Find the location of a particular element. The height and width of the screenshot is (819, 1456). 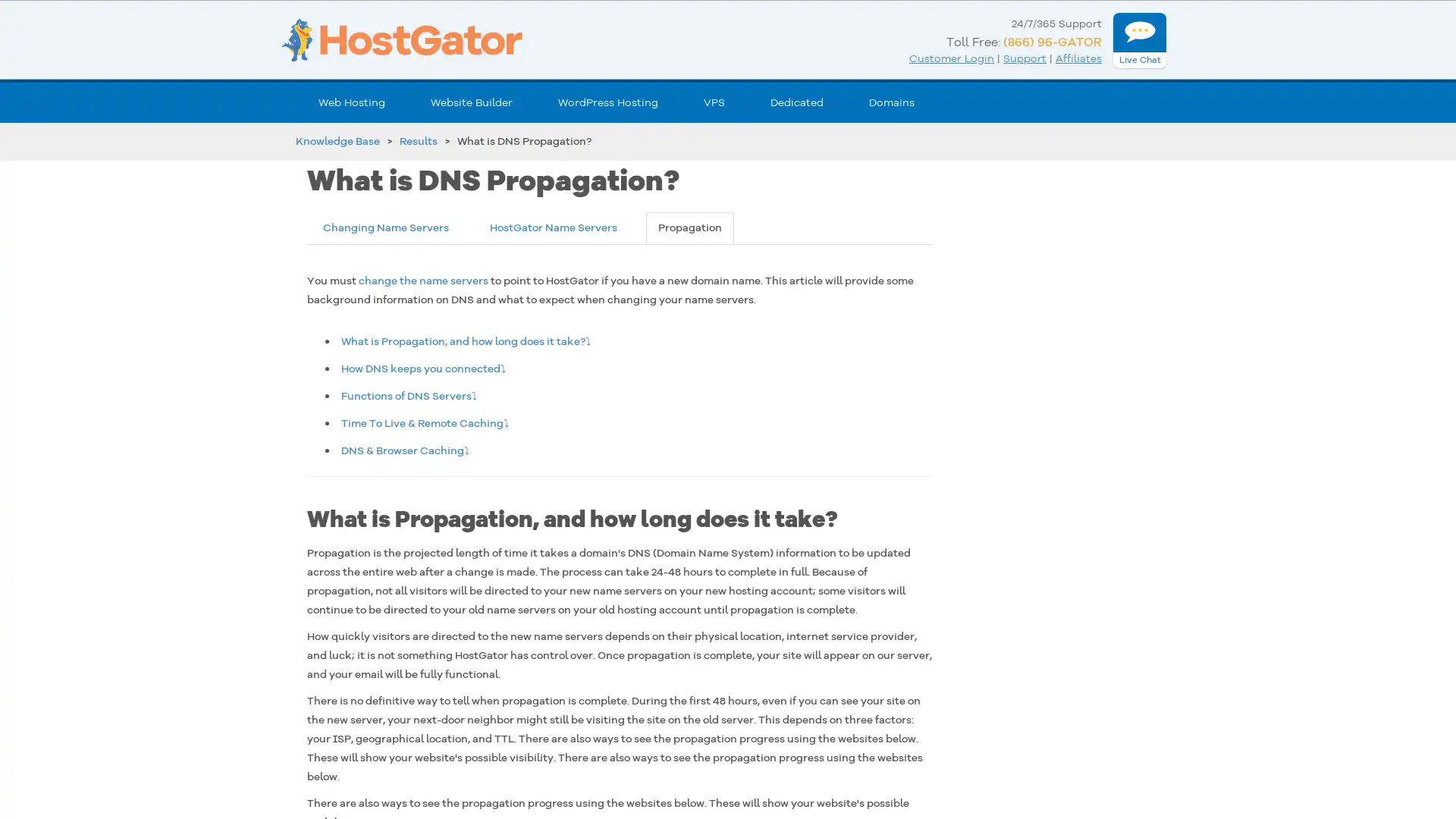

Close is located at coordinates (277, 579).